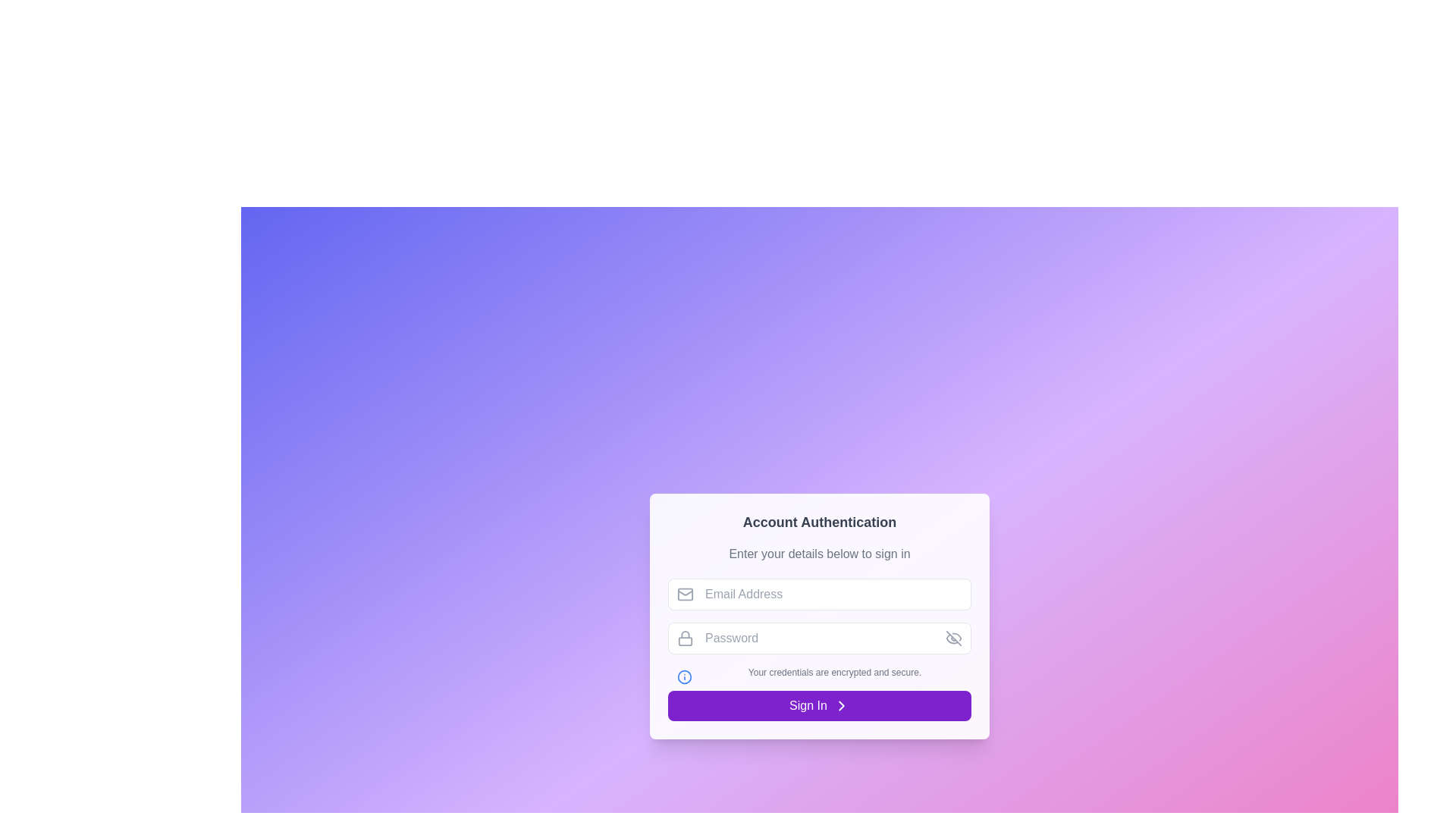 This screenshot has width=1456, height=819. What do you see at coordinates (952, 638) in the screenshot?
I see `the password visibility toggle button located at the far right inside the password input field` at bounding box center [952, 638].